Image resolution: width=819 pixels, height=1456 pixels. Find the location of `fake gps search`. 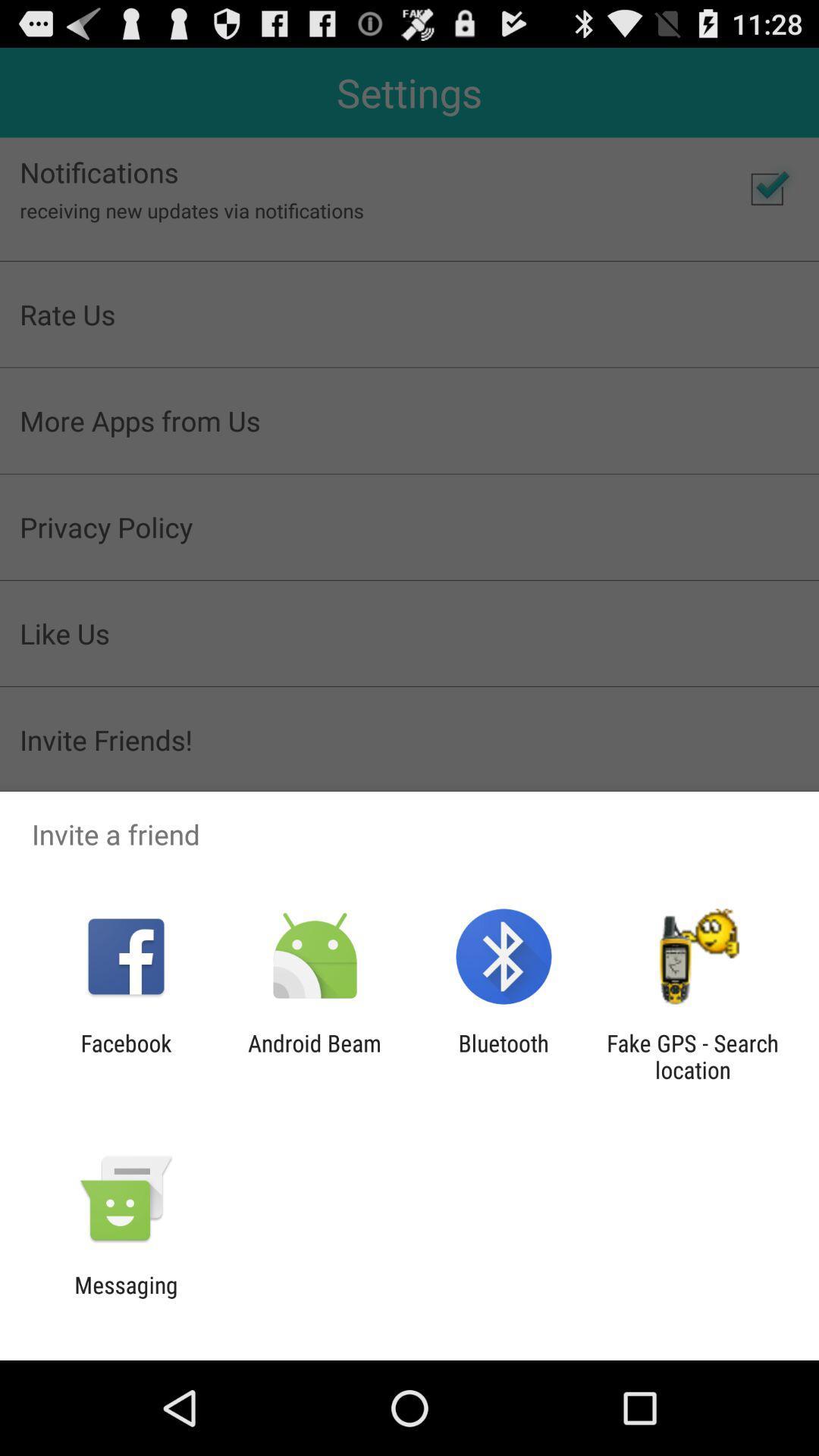

fake gps search is located at coordinates (692, 1056).